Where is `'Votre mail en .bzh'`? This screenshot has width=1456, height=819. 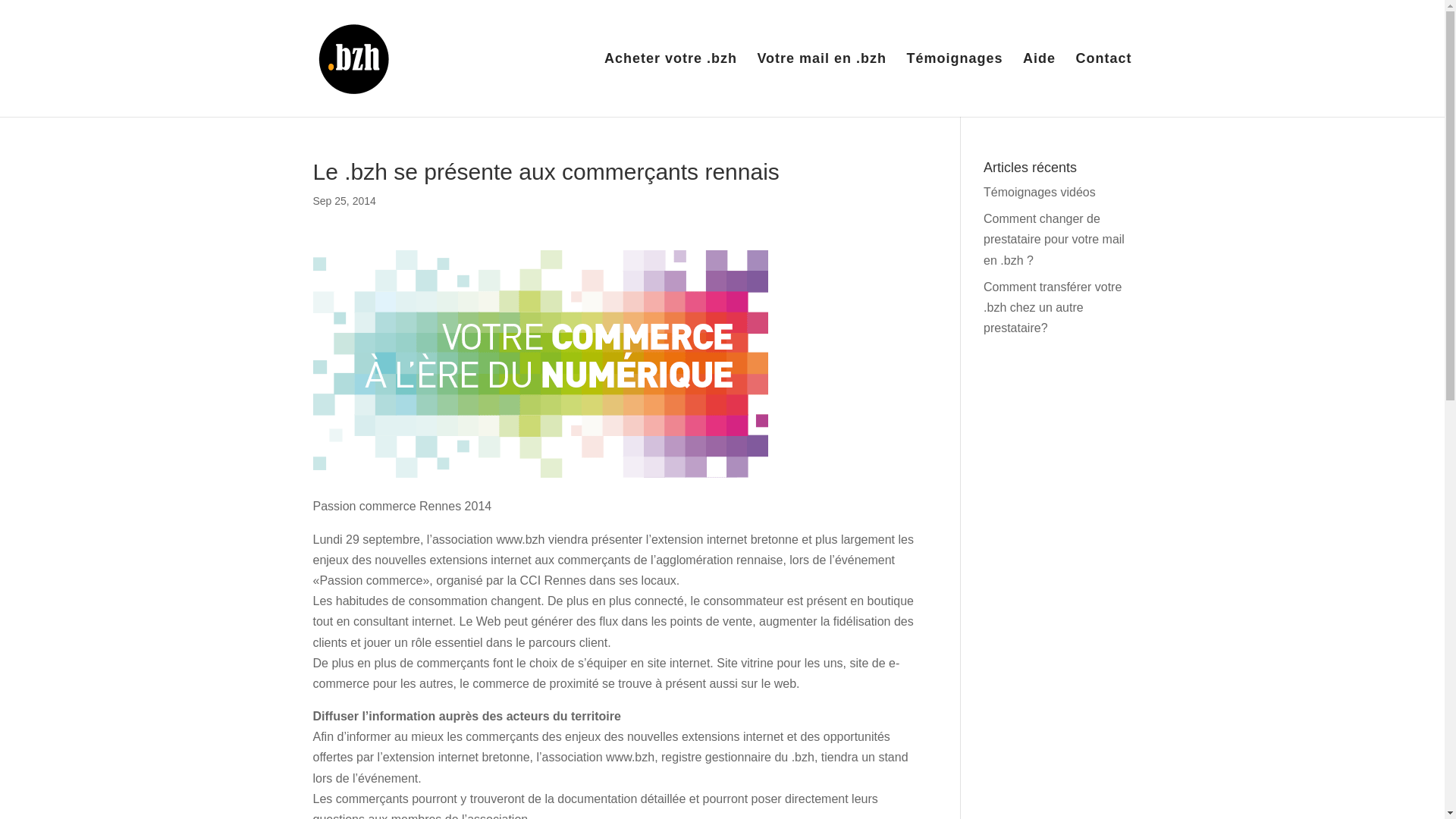 'Votre mail en .bzh' is located at coordinates (821, 84).